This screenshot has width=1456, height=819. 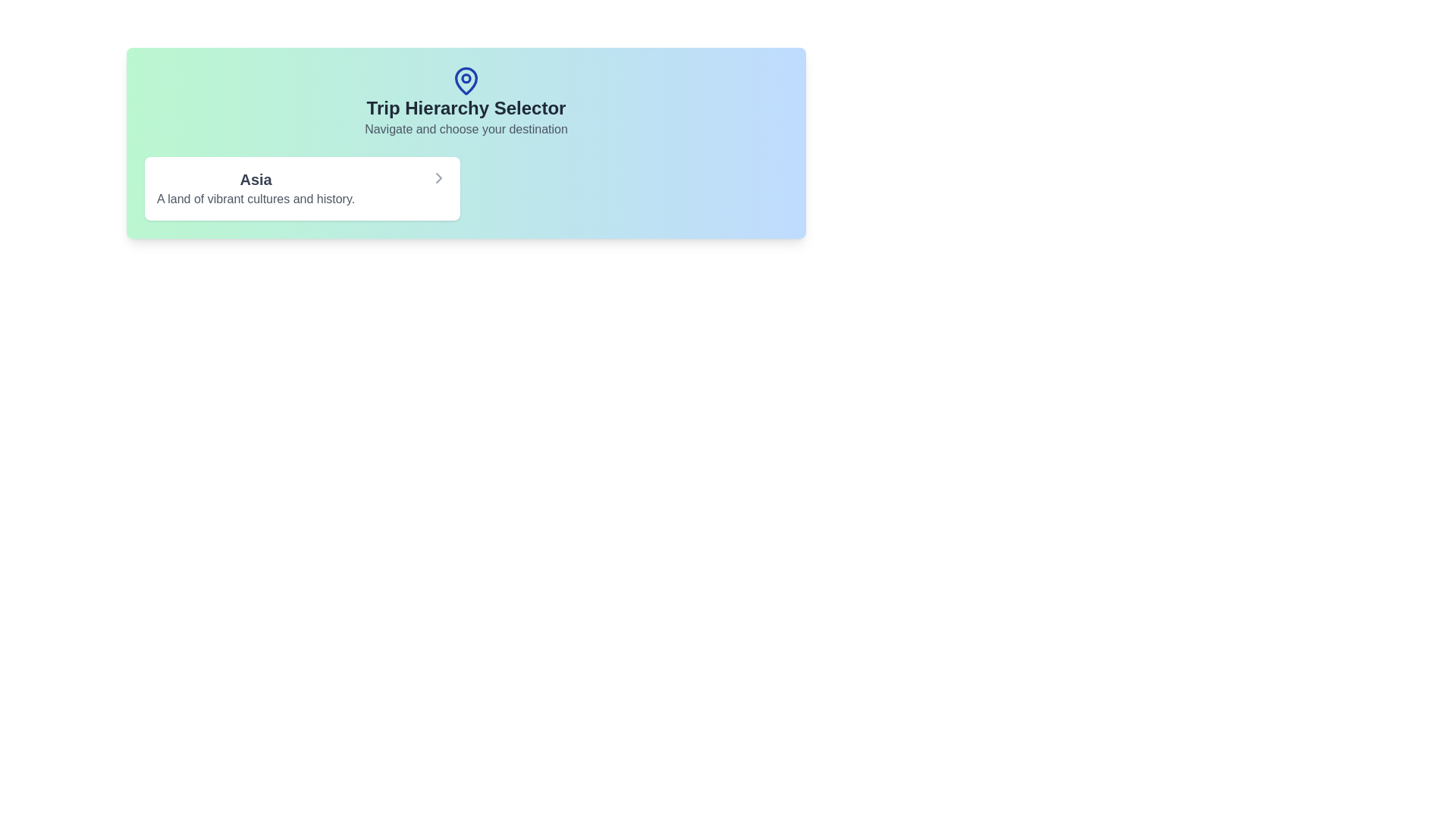 I want to click on the small SVG Circle that is part of the pin-shaped icon above the 'Trip Hierarchy Selector' title by clicking on it, so click(x=465, y=78).